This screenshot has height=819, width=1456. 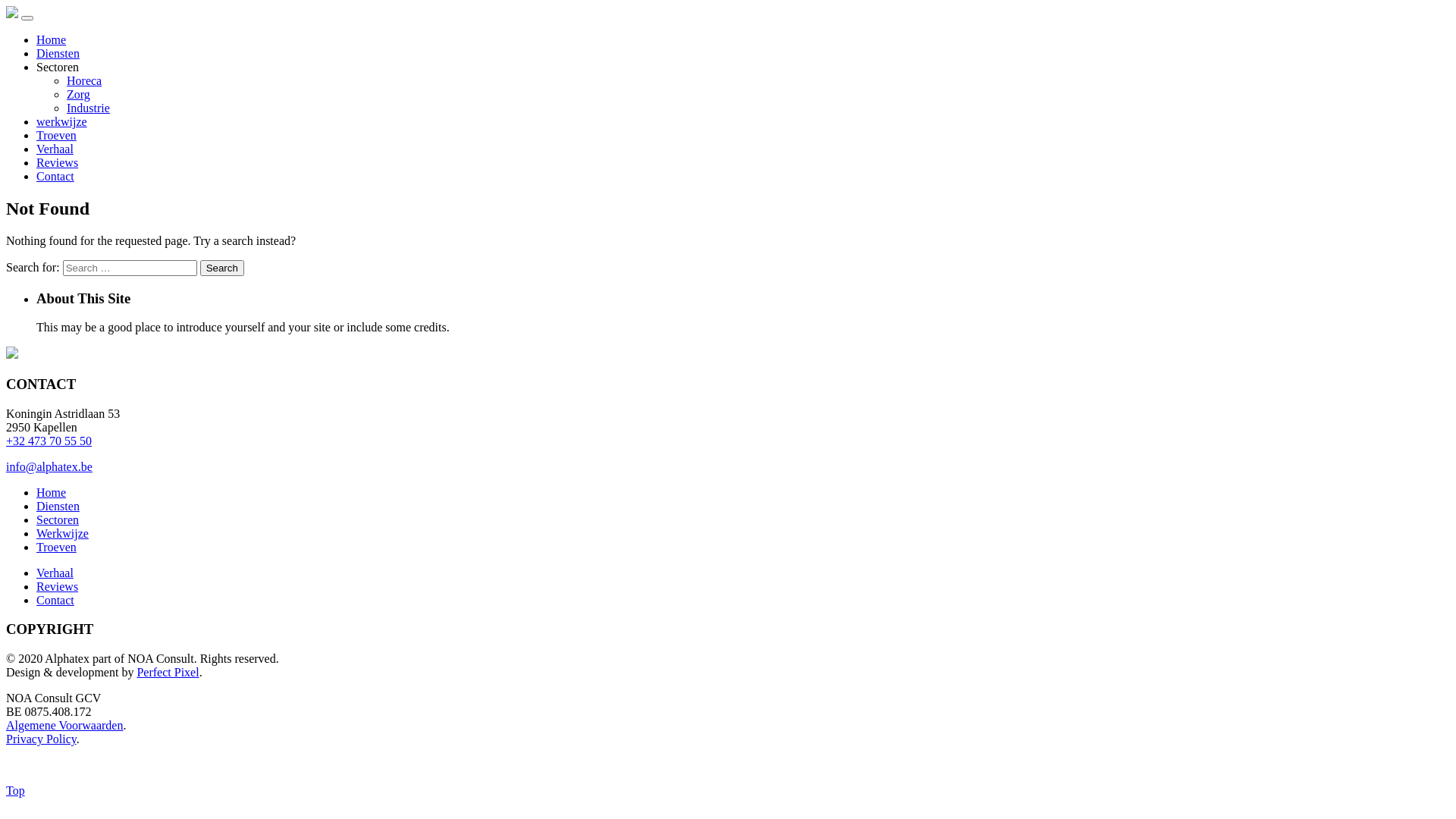 I want to click on 'Industrie', so click(x=65, y=107).